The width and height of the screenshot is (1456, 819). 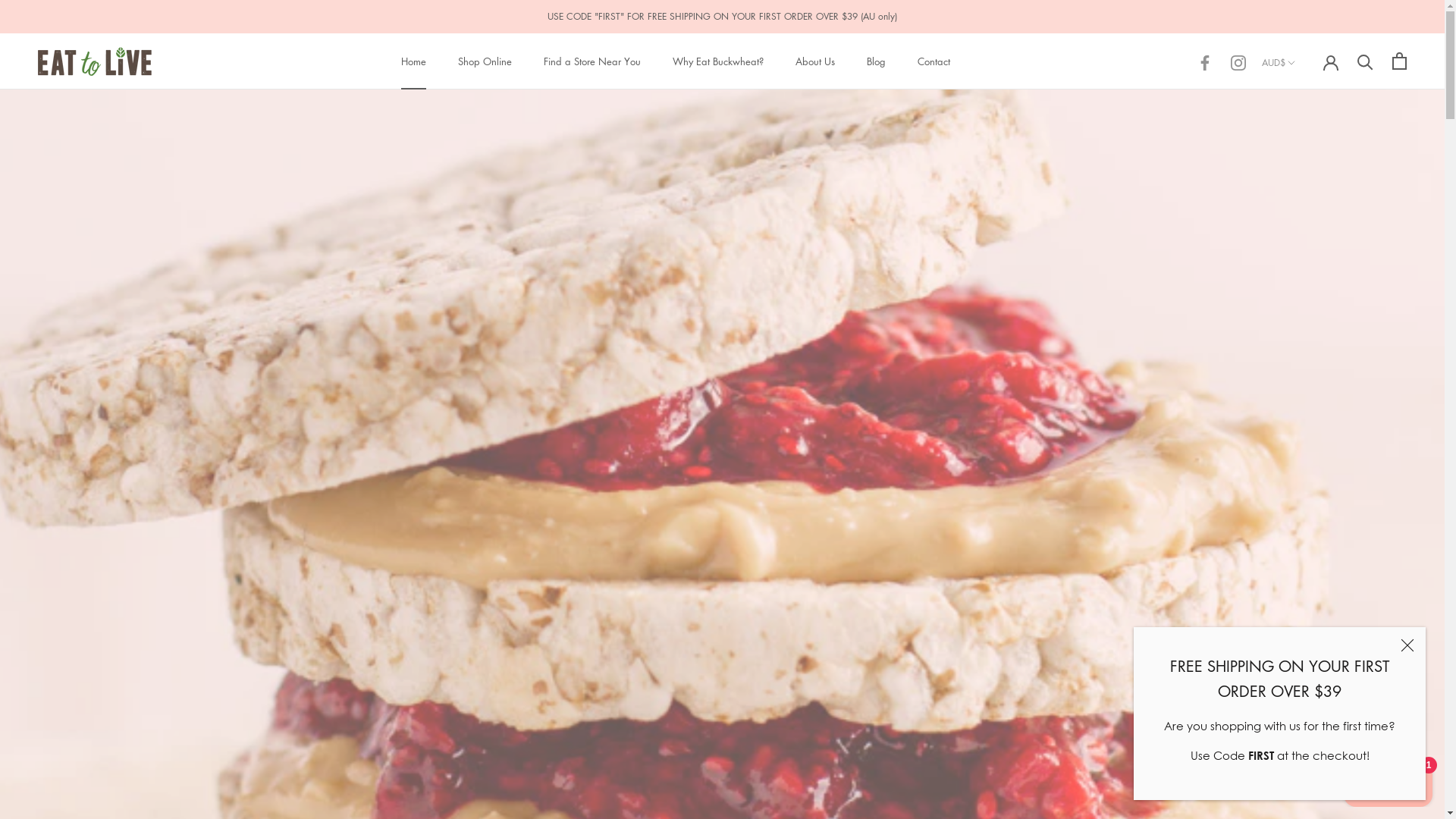 I want to click on 'Find a Store Near You, so click(x=590, y=60).